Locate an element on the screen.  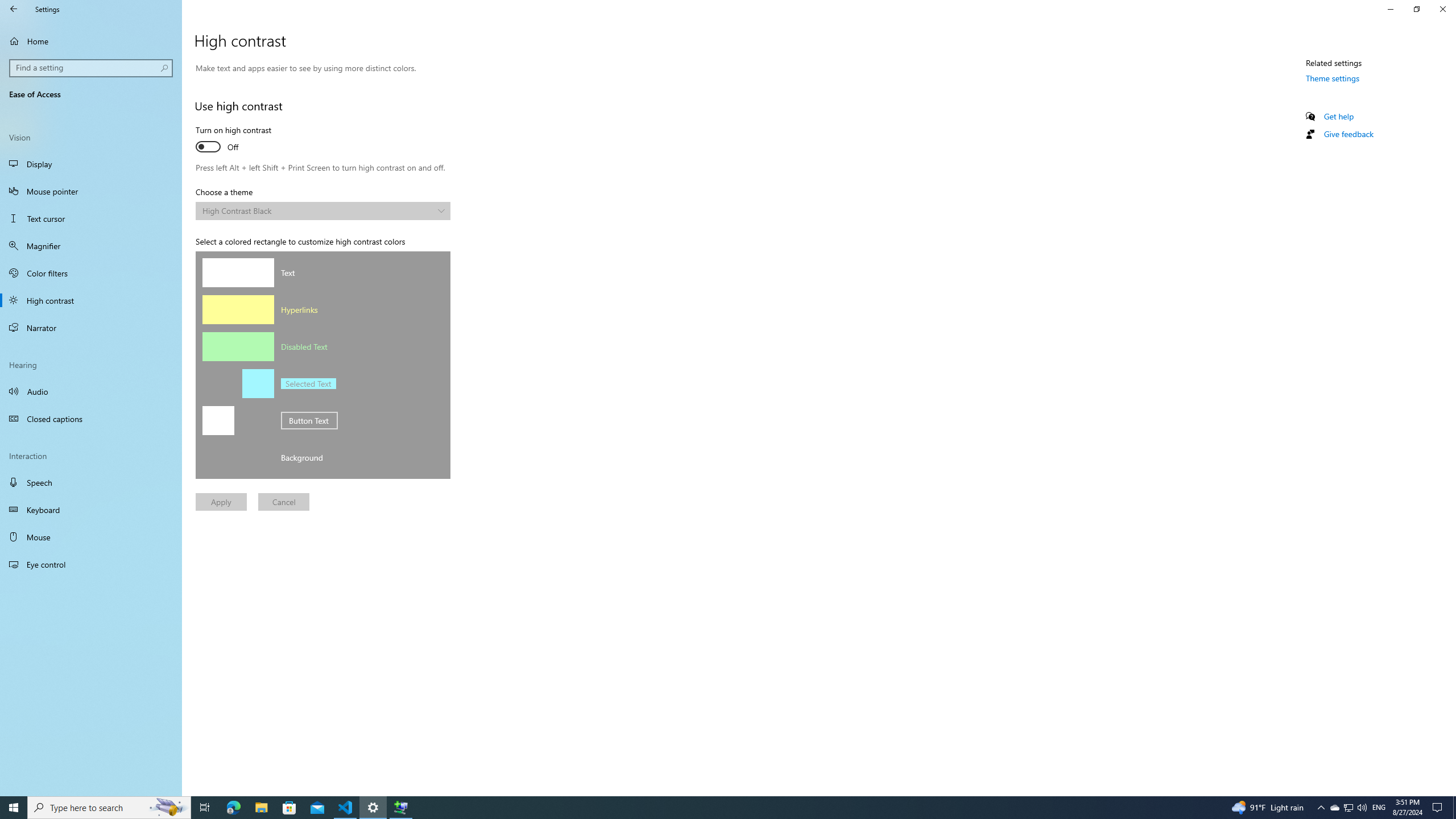
'Cancel' is located at coordinates (283, 501).